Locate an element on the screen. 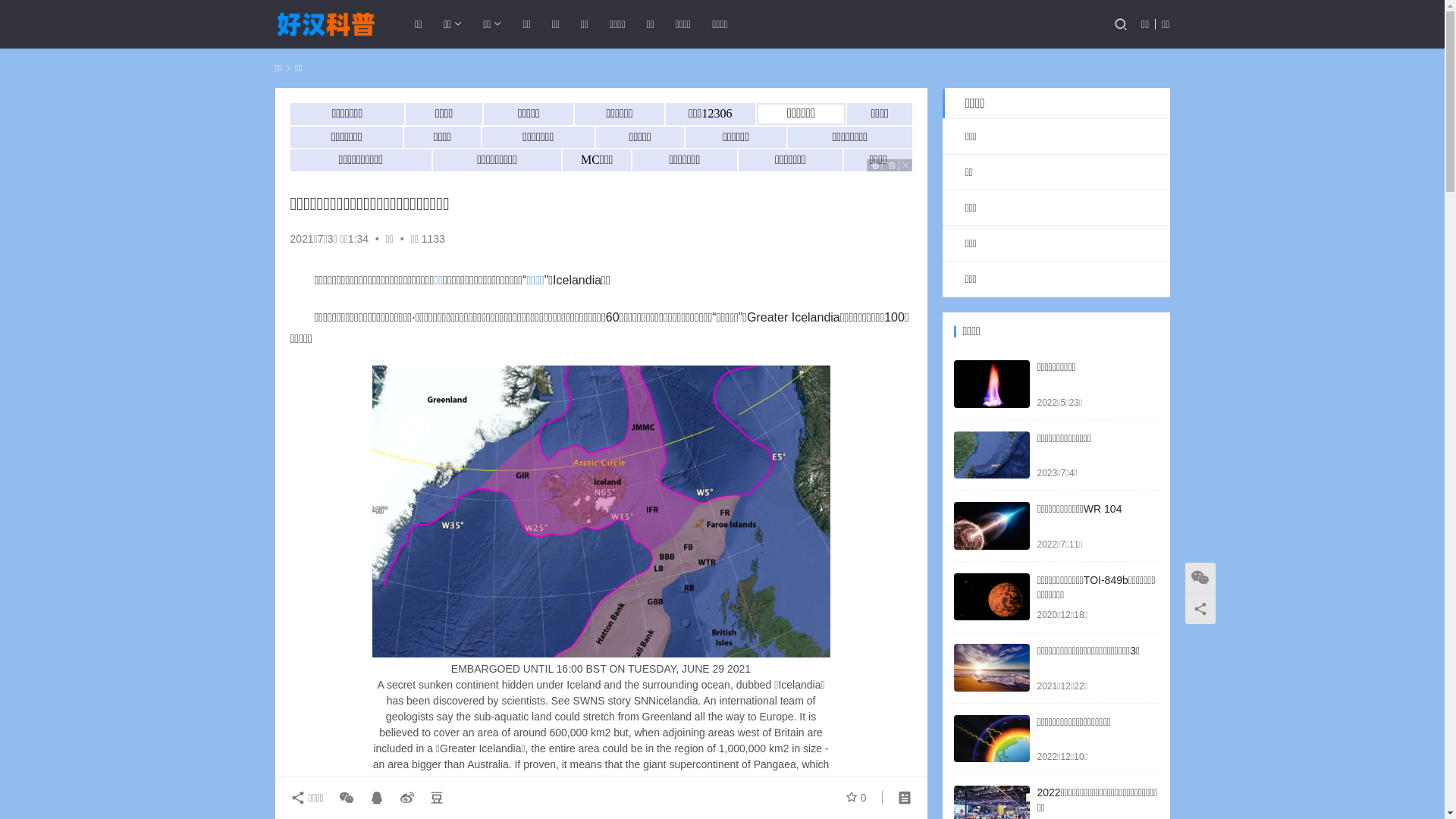  '0' is located at coordinates (855, 797).